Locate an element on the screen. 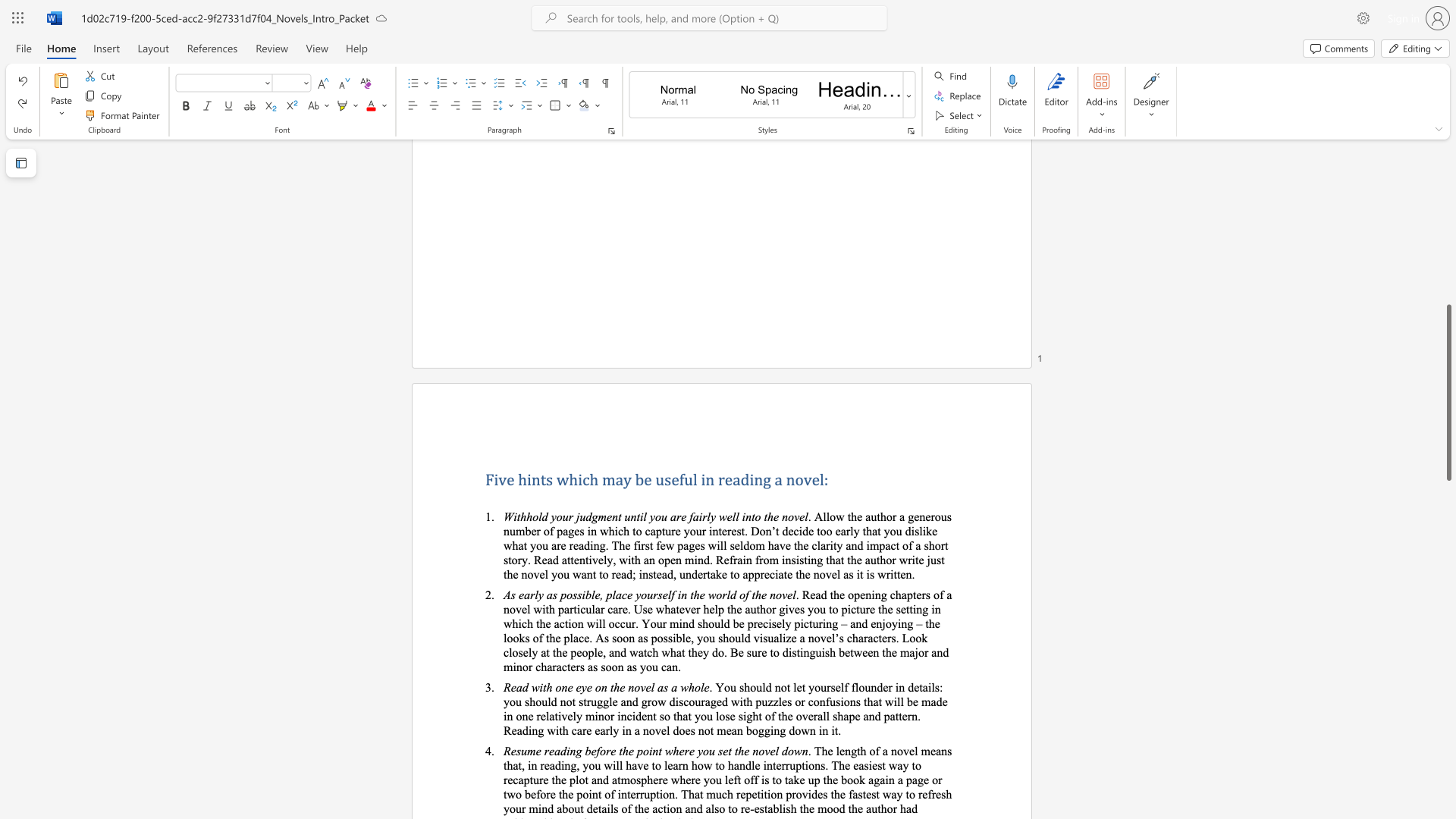  the subset text "place yourself in the world of the novel" within the text "As early as possible, place yourself in the world of the novel" is located at coordinates (605, 594).